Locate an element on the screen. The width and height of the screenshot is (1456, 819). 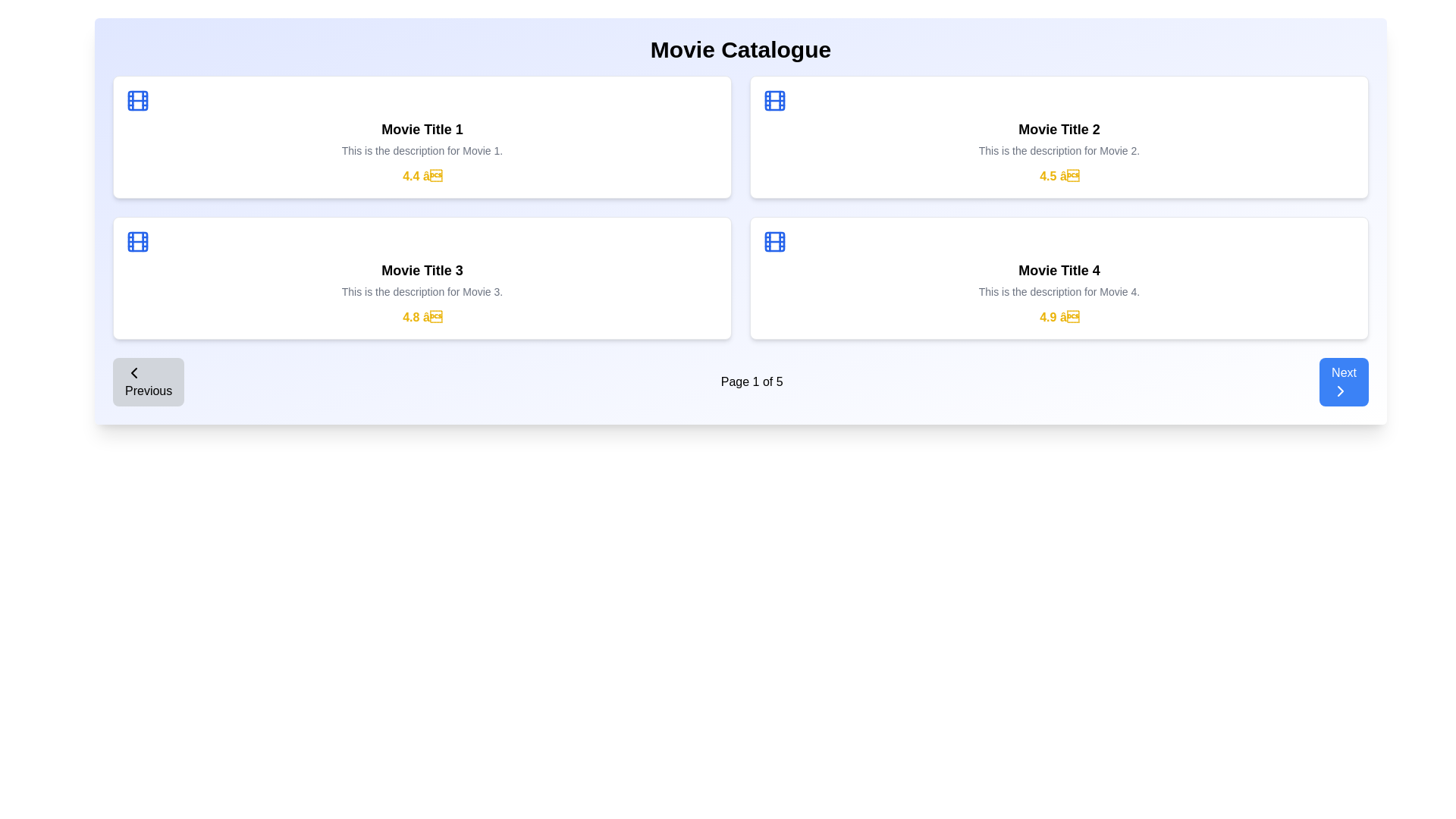
the small rectangular component with rounded corners and a blue outline located in the top-right corner of the film reel icon for 'Movie Title 2' is located at coordinates (775, 100).